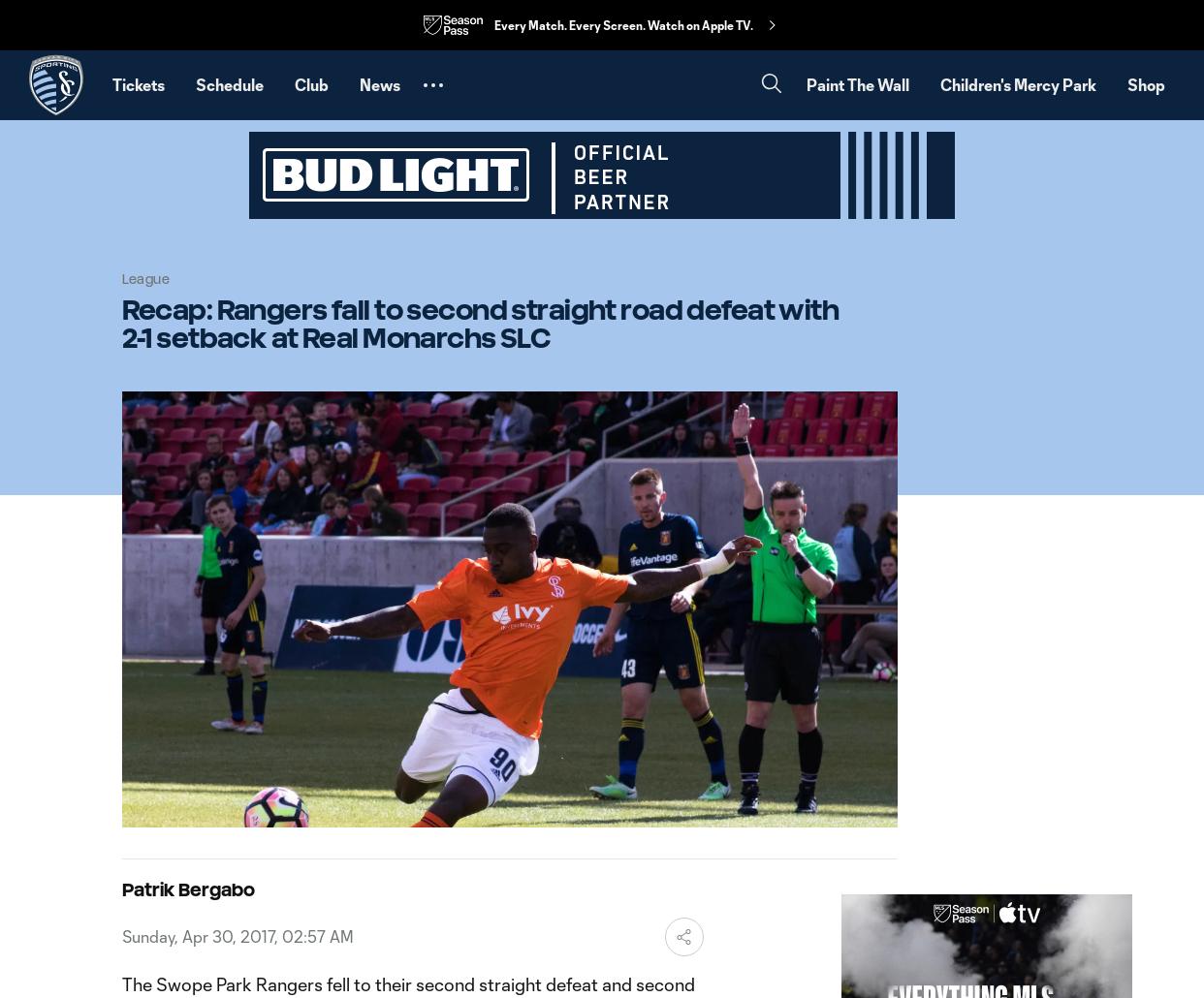 Image resolution: width=1204 pixels, height=998 pixels. Describe the element at coordinates (857, 83) in the screenshot. I see `'Paint The Wall'` at that location.